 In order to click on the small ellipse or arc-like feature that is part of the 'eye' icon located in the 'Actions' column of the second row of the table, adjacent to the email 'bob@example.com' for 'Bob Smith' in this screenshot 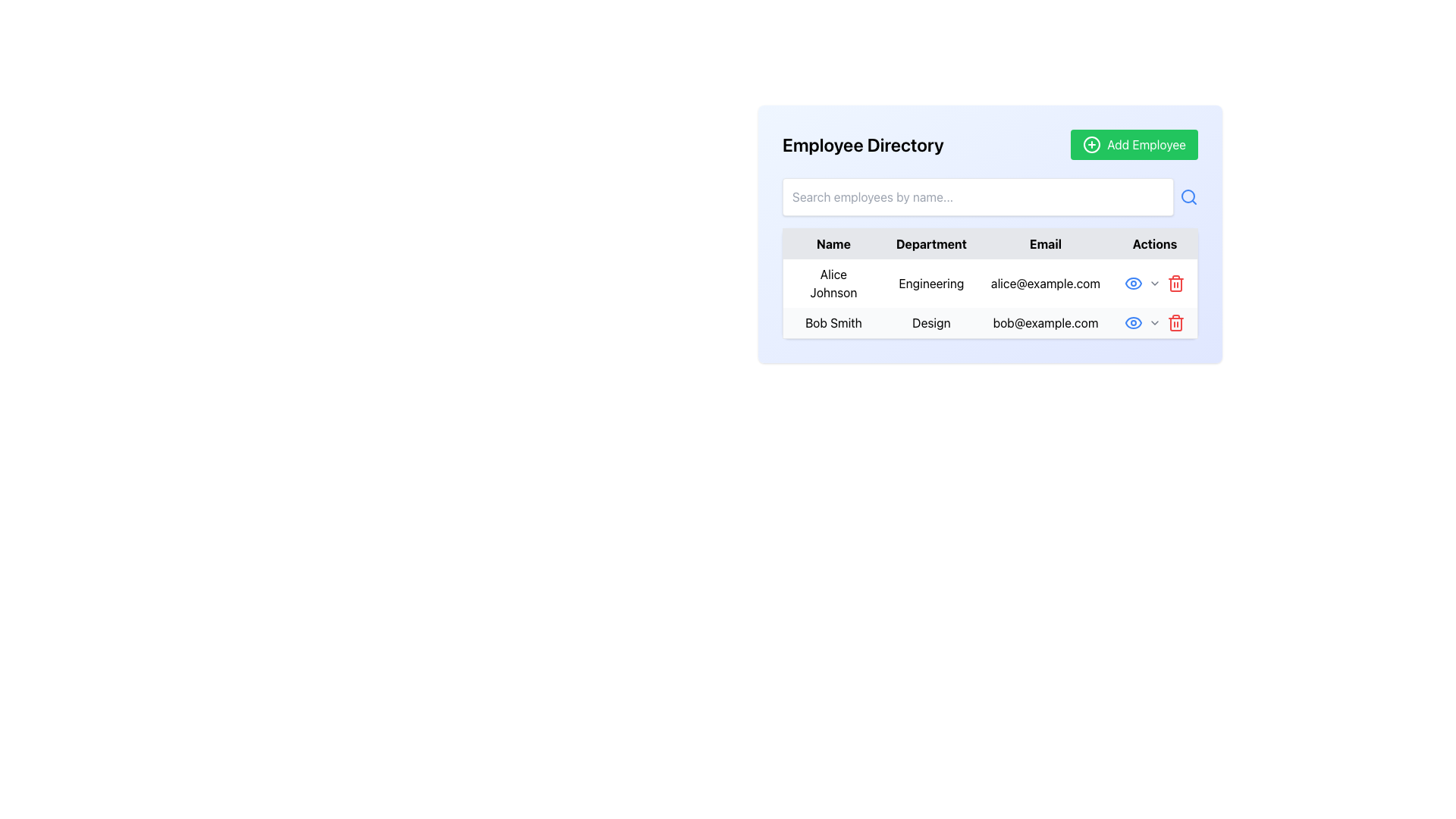, I will do `click(1133, 284)`.